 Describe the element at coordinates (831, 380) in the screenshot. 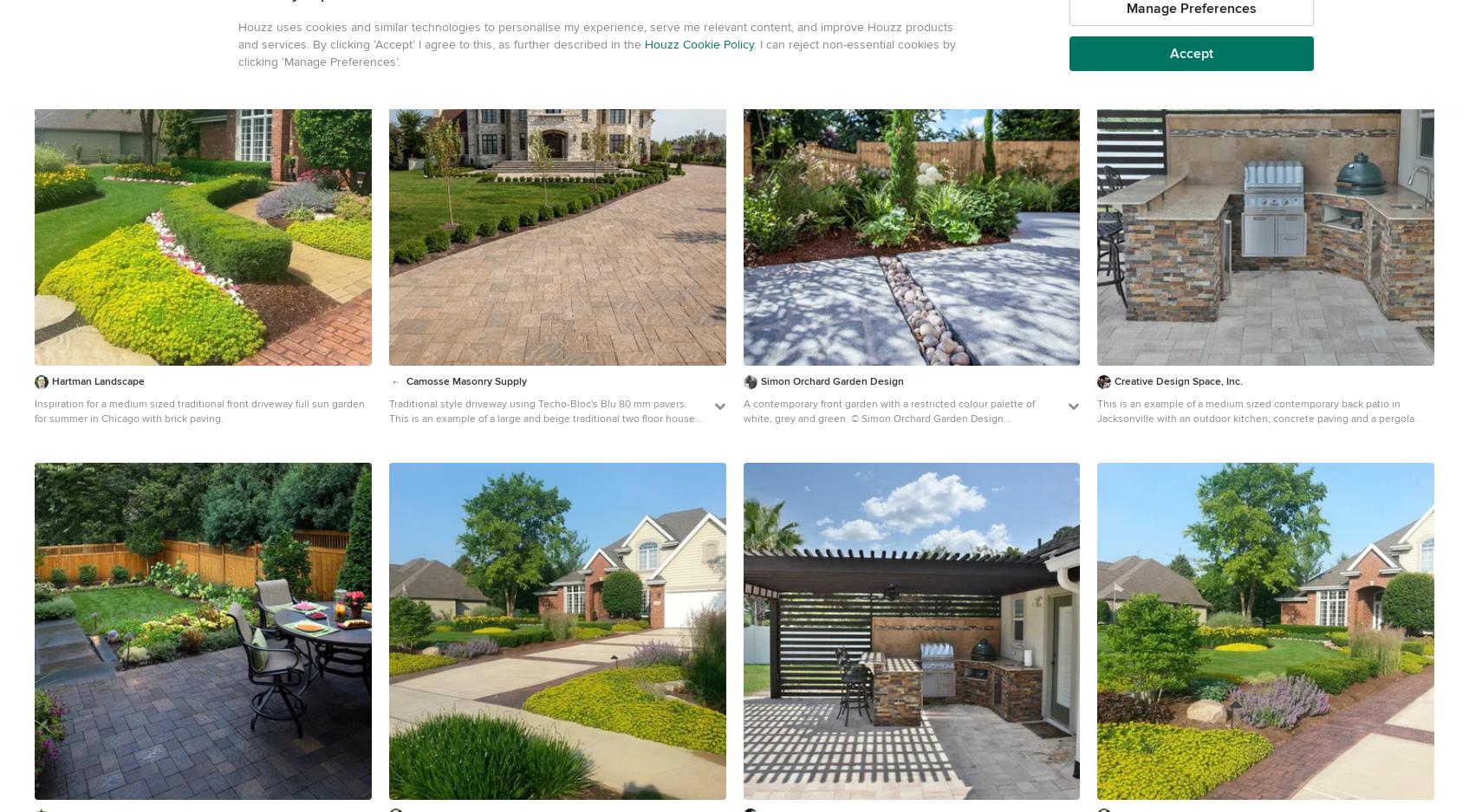

I see `'Simon Orchard Garden Design'` at that location.